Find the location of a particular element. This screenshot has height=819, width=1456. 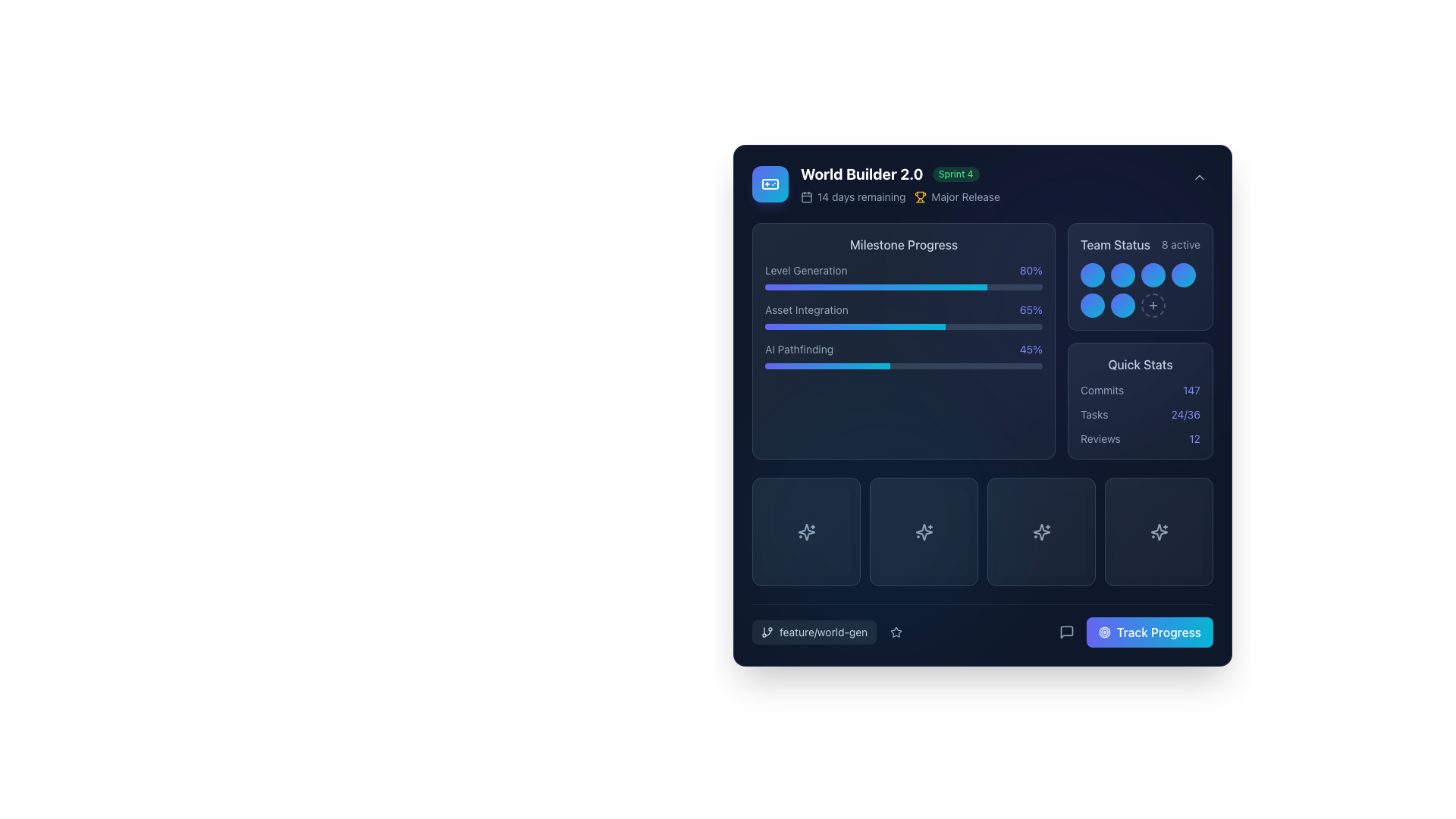

the 'Team Status' section of the Information Panel, which includes the interactive '+' button and blue circles indicating statuses is located at coordinates (1140, 341).